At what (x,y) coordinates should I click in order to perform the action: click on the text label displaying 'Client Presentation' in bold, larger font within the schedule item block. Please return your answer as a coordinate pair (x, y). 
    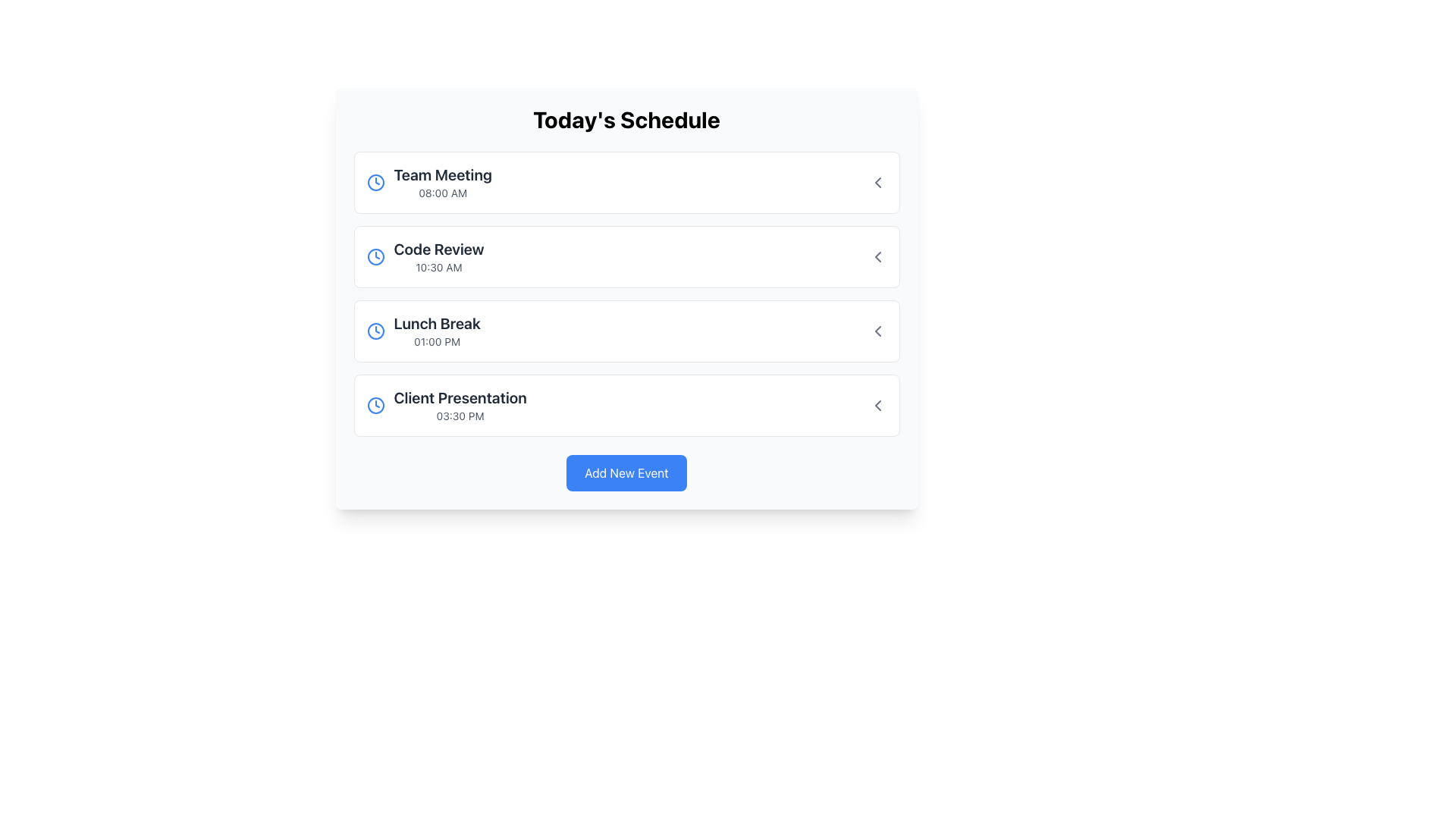
    Looking at the image, I should click on (460, 397).